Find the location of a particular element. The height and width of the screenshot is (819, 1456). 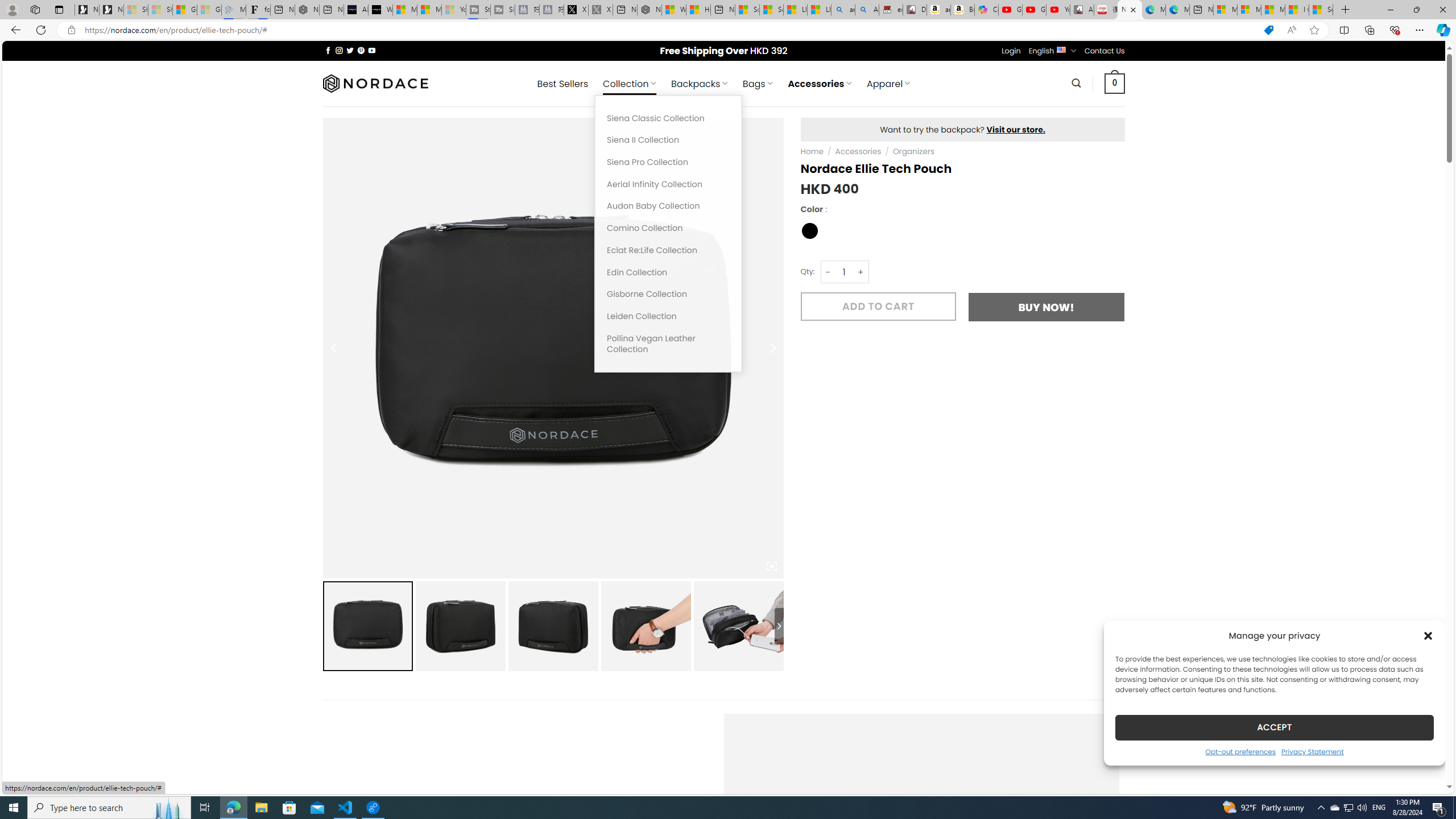

'Search' is located at coordinates (1076, 82).